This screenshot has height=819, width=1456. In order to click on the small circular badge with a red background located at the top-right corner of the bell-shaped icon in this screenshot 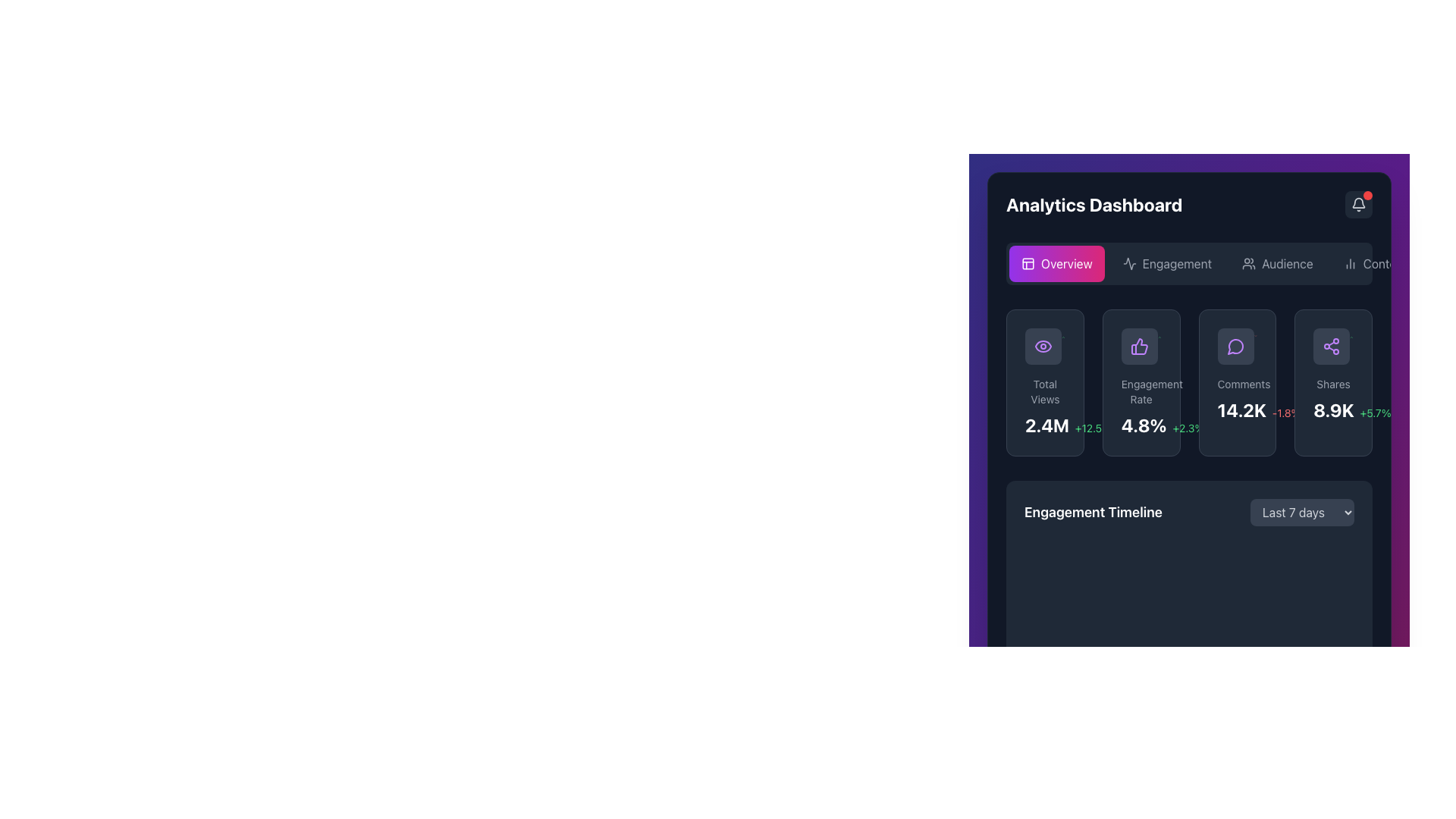, I will do `click(1368, 195)`.